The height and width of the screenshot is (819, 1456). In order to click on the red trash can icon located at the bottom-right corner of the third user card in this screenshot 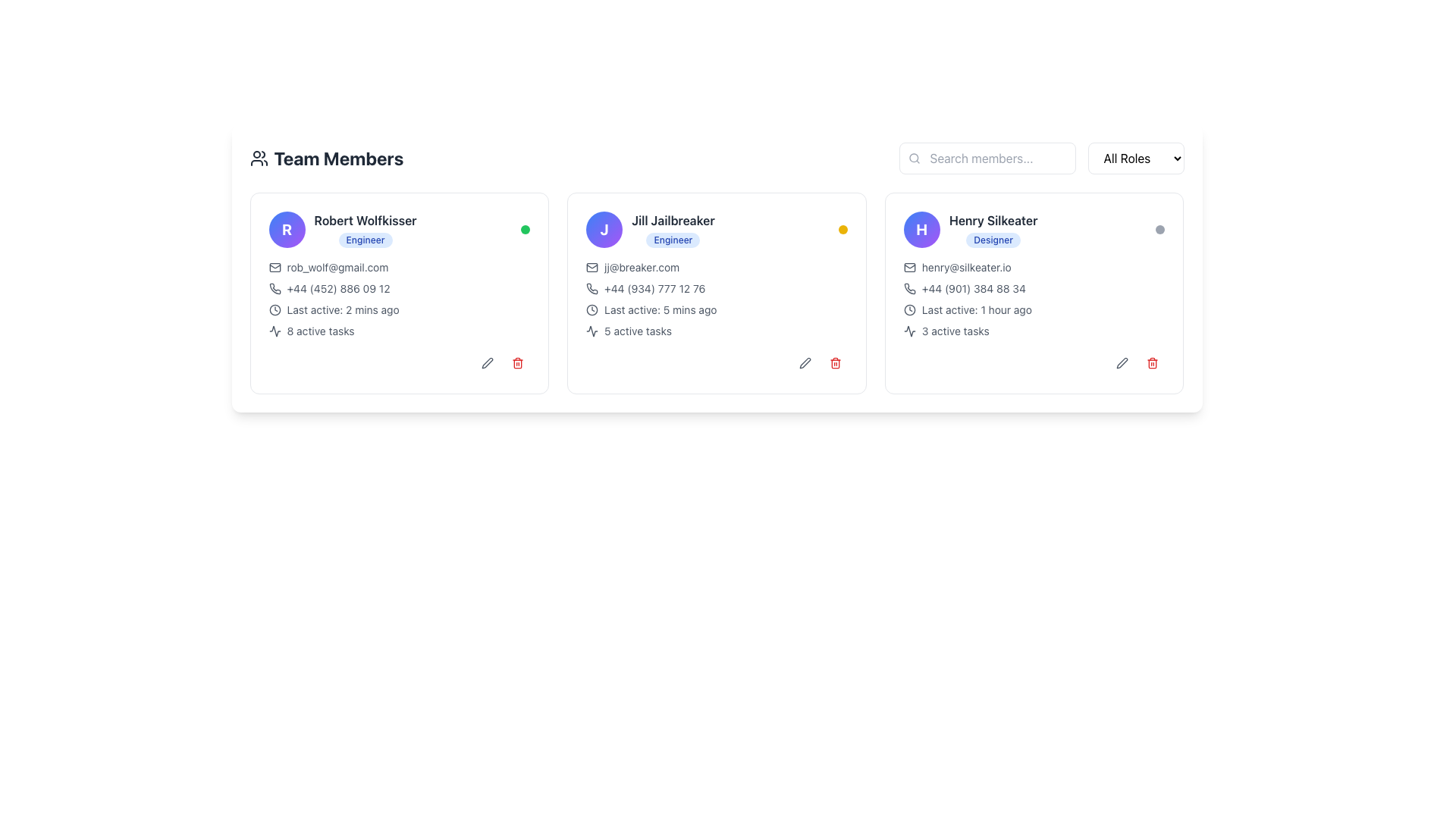, I will do `click(1153, 362)`.